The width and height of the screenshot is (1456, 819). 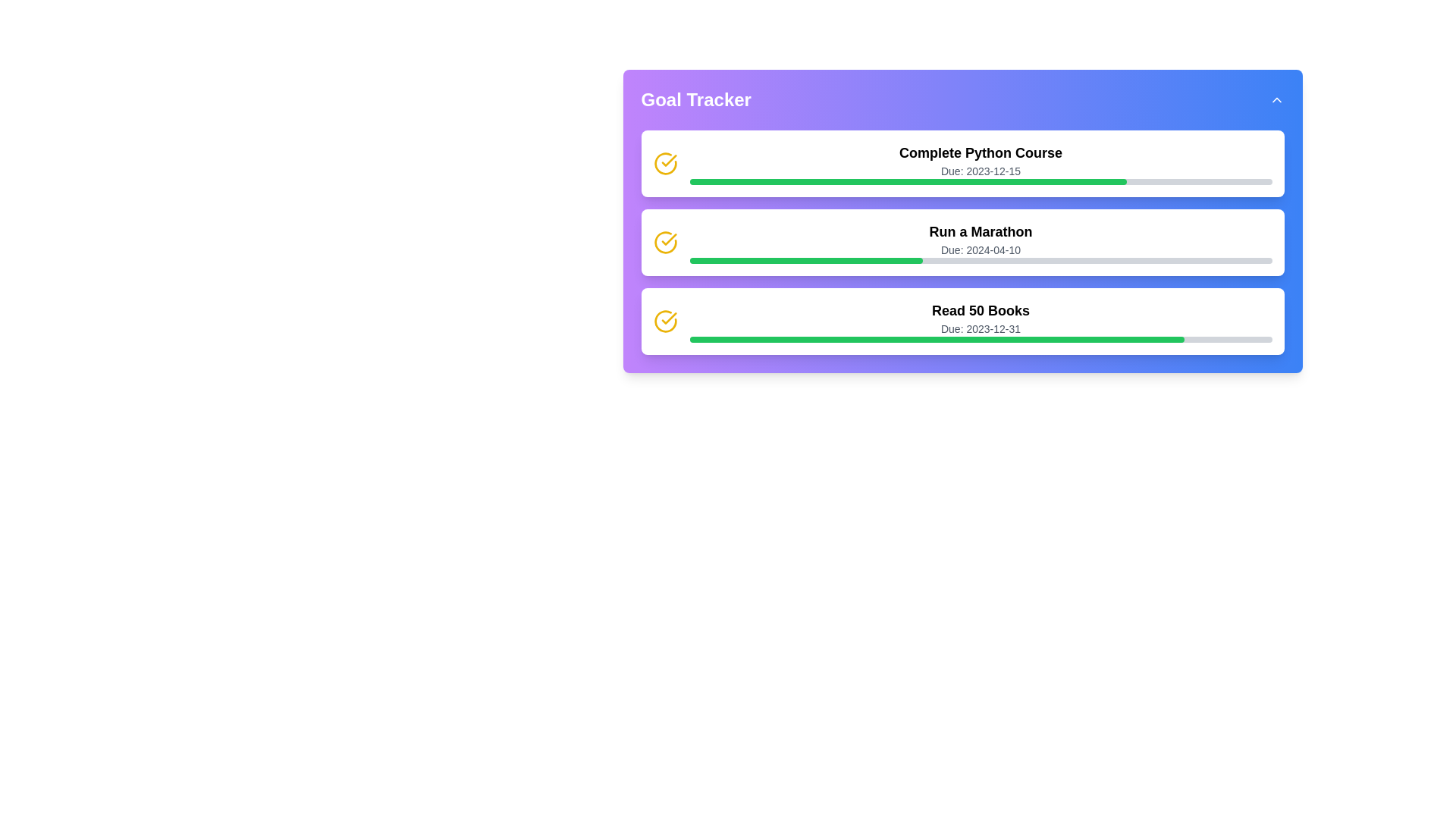 I want to click on the Text label displaying the due date for the goal 'Run a Marathon', which is positioned beneath the text 'Run a Marathon' and is non-interactive, so click(x=981, y=249).